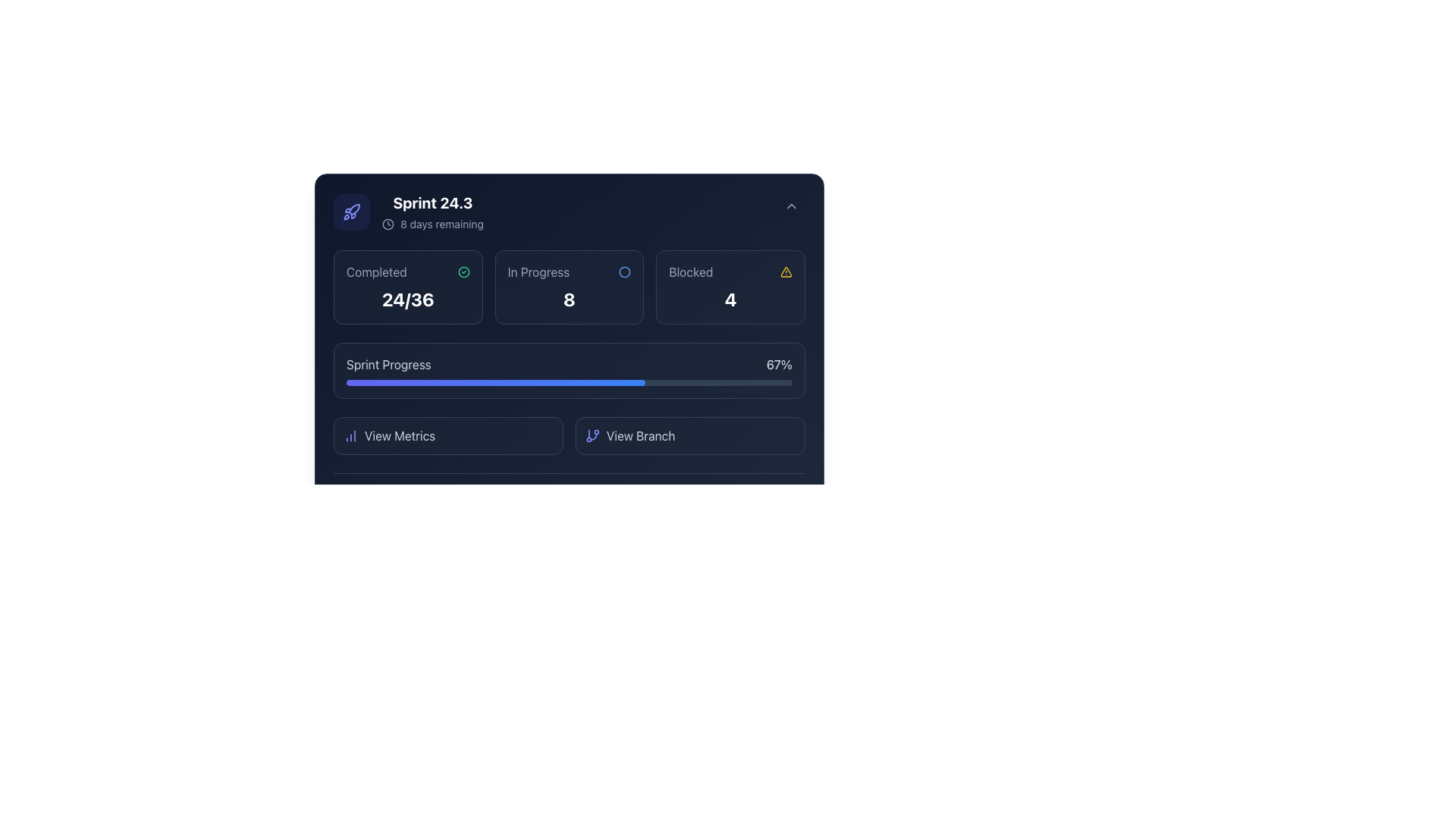 This screenshot has width=1456, height=819. What do you see at coordinates (400, 435) in the screenshot?
I see `the 'View Metrics' text label or button` at bounding box center [400, 435].